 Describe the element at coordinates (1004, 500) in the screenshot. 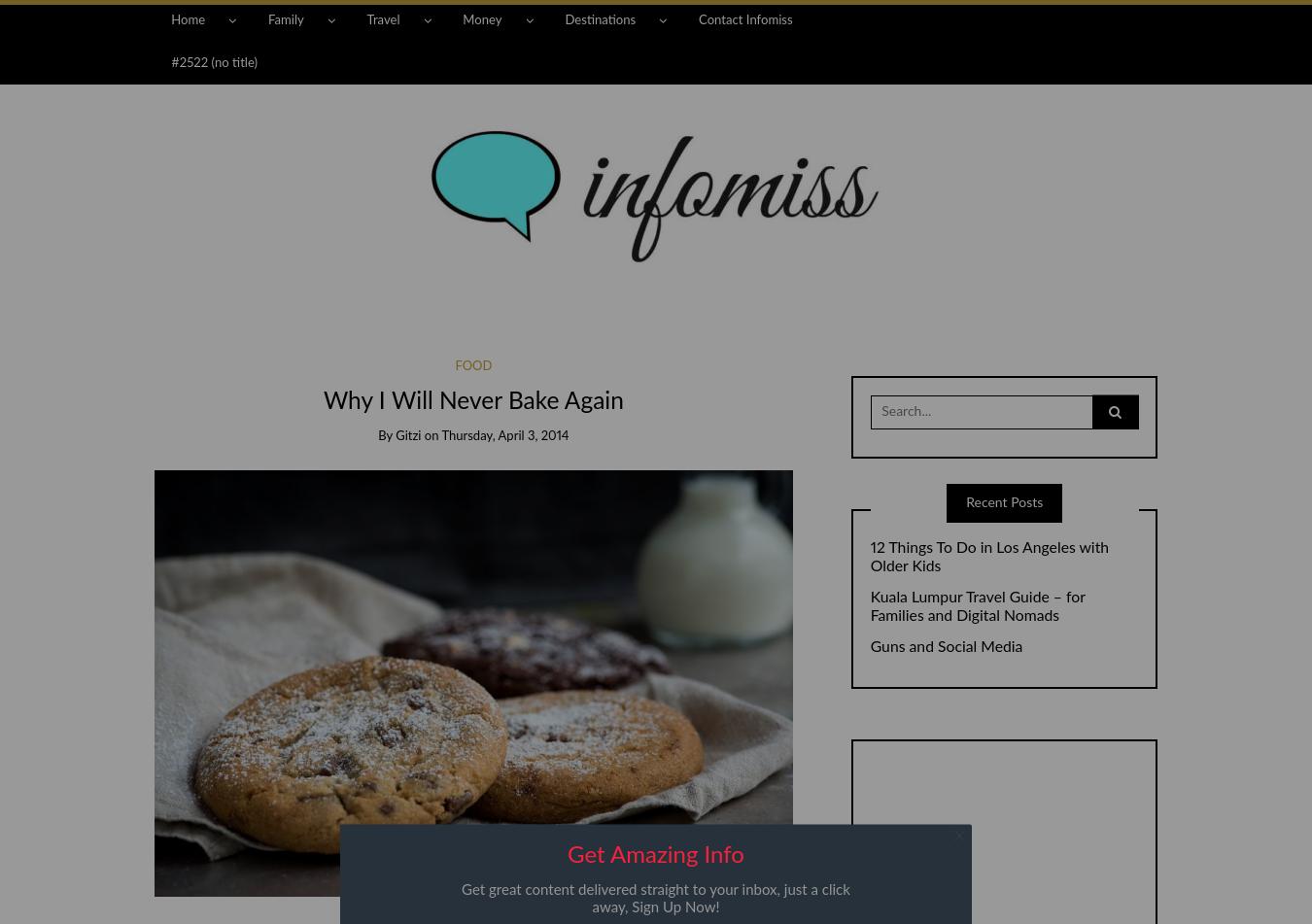

I see `'Recent Posts'` at that location.